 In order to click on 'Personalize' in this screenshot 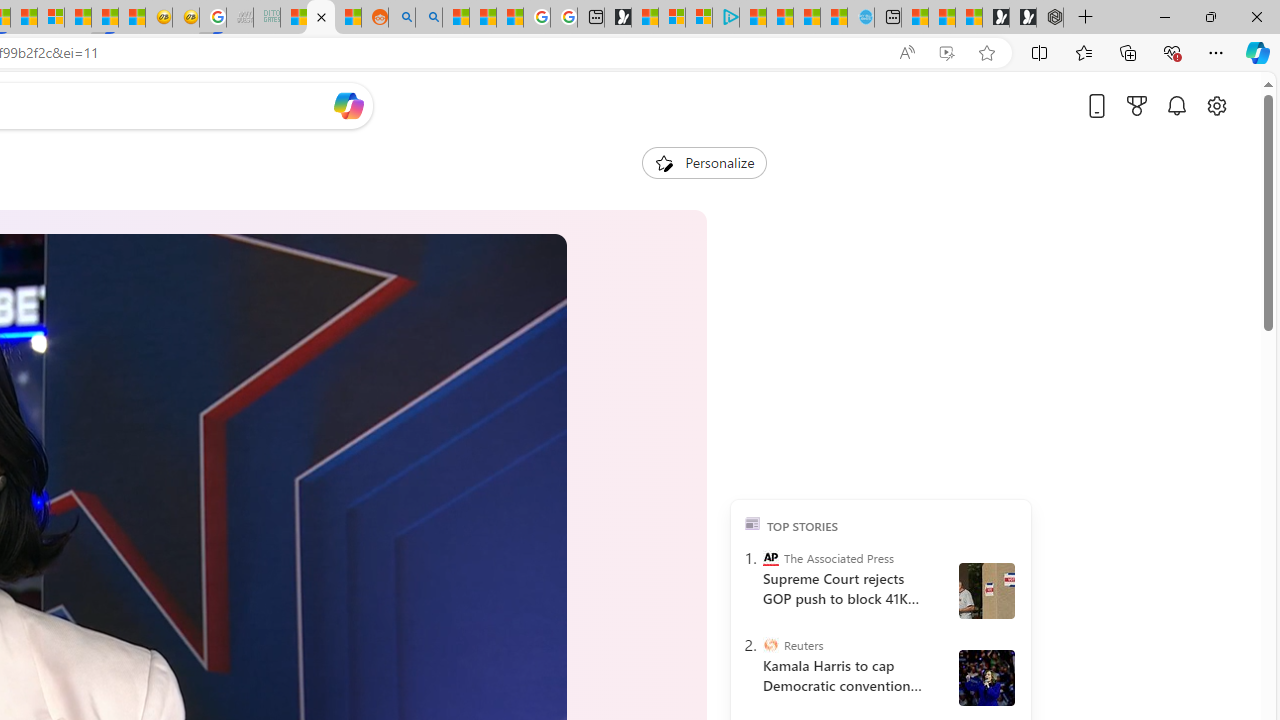, I will do `click(704, 162)`.